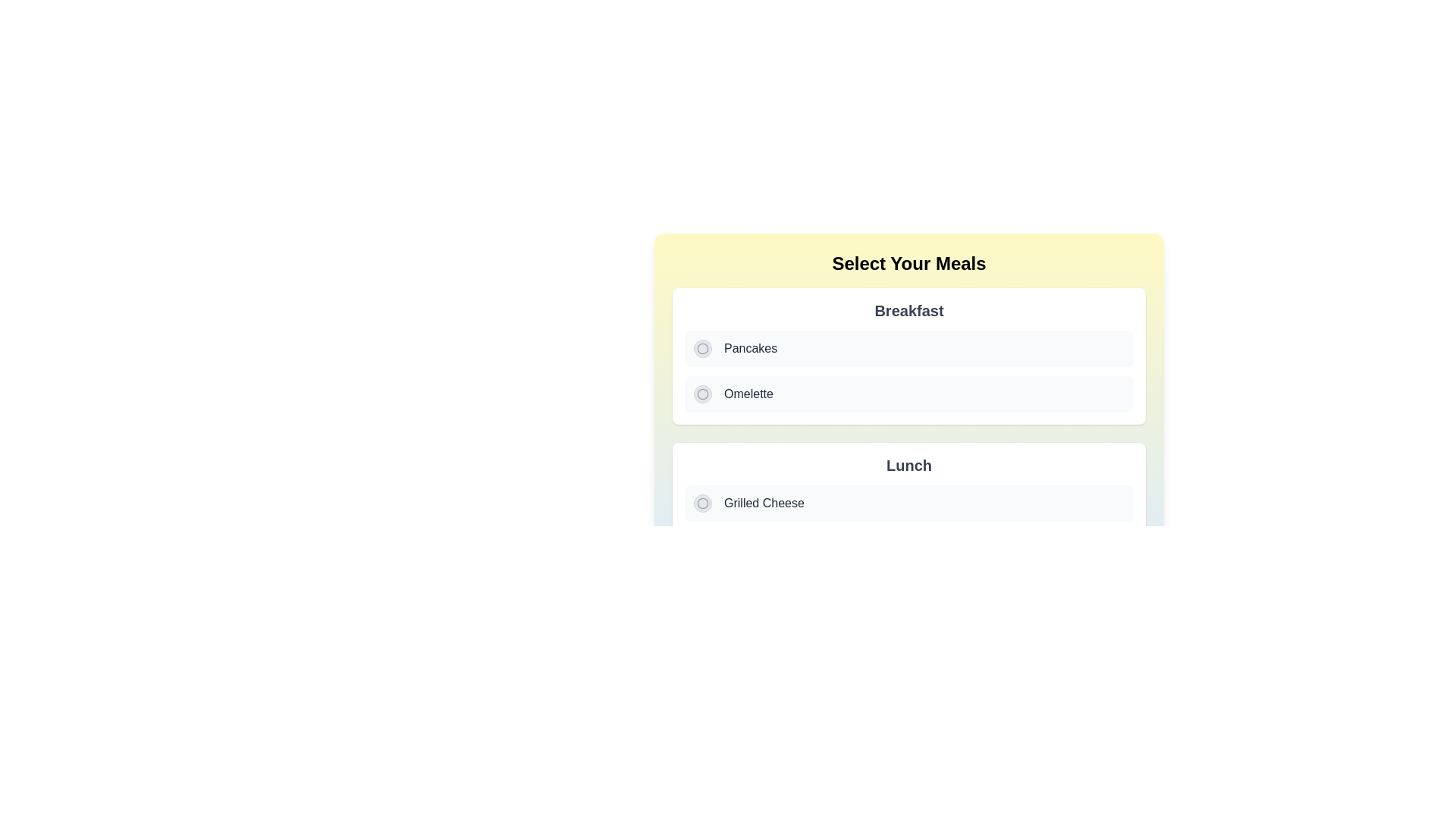 This screenshot has width=1456, height=819. Describe the element at coordinates (701, 394) in the screenshot. I see `the circular icon that indicates the selection option for the 'Omelette' meal choice, located to the left of the 'Omelette' text under the 'Breakfast' section` at that location.